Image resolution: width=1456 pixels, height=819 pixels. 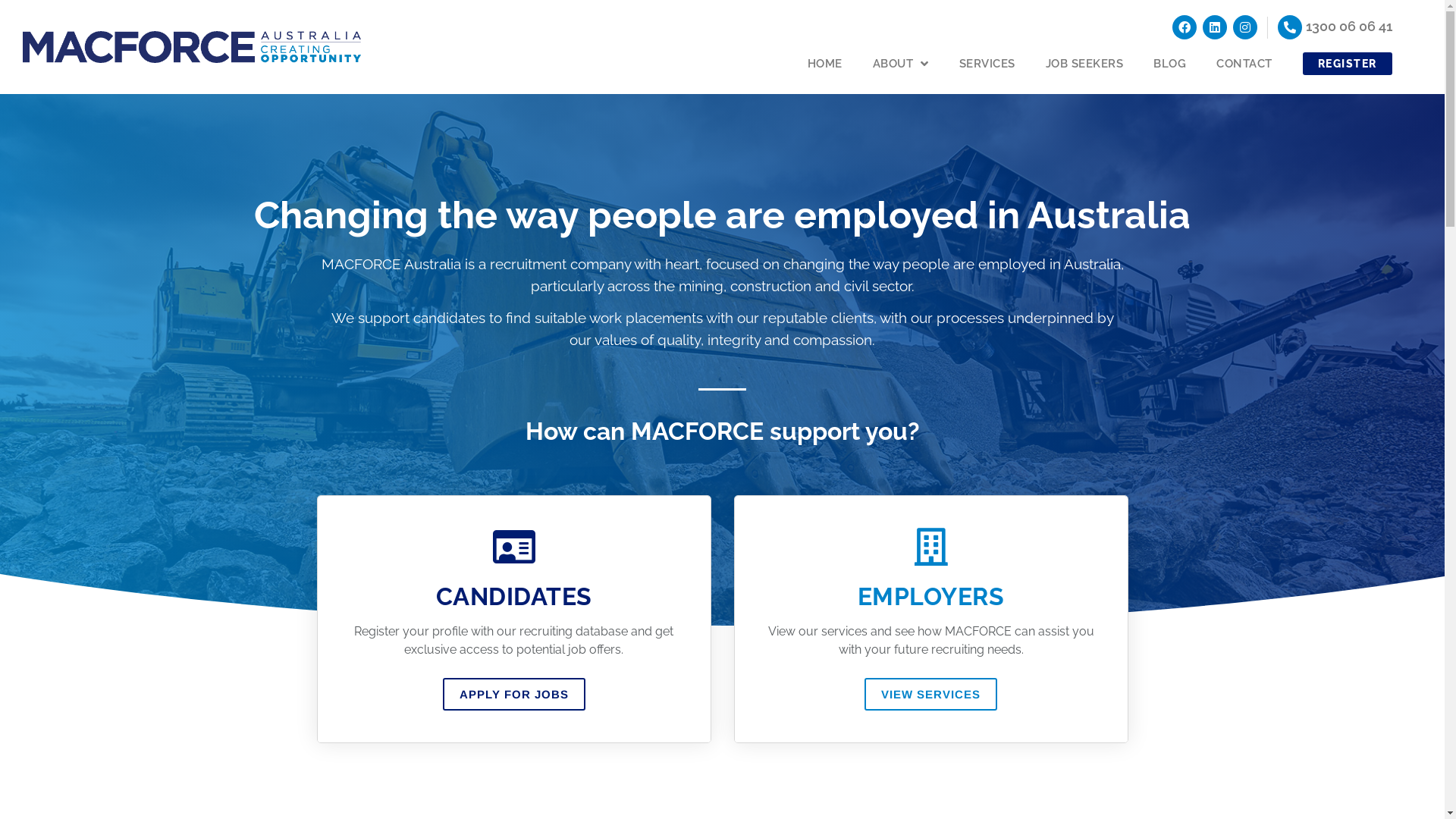 What do you see at coordinates (1084, 63) in the screenshot?
I see `'JOB SEEKERS'` at bounding box center [1084, 63].